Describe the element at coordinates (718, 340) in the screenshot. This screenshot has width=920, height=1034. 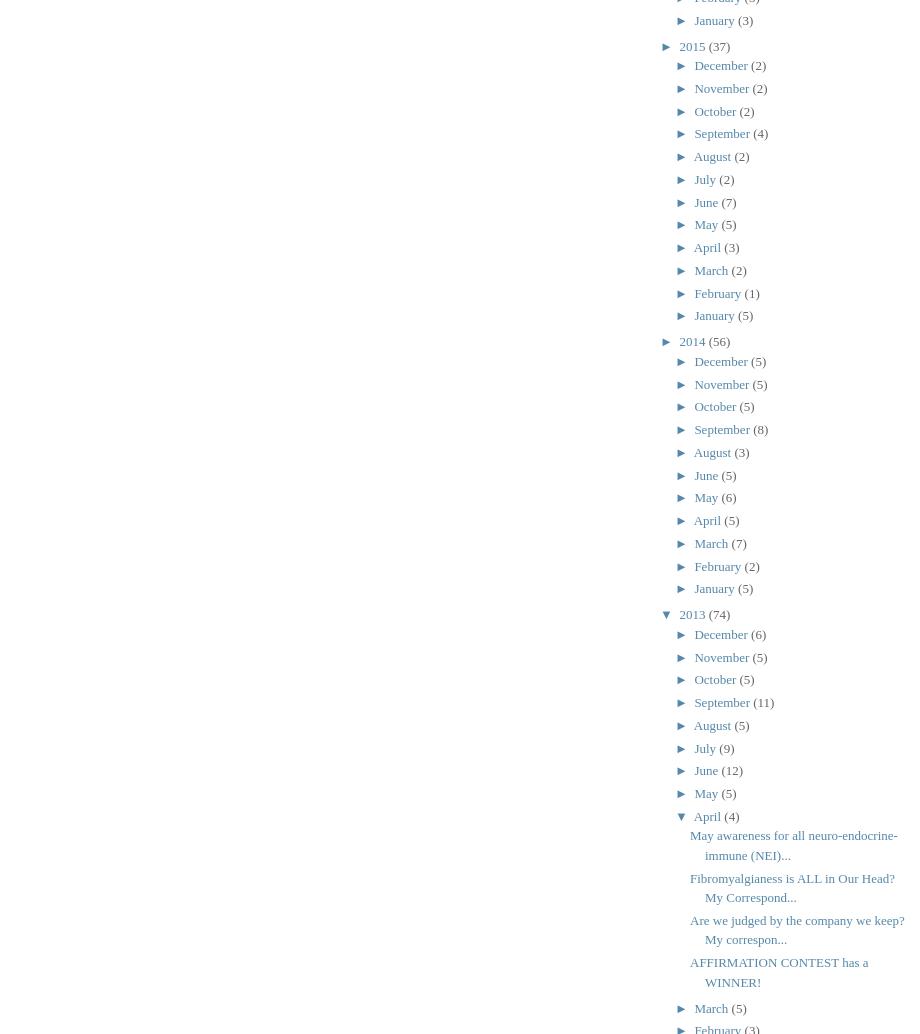
I see `'(56)'` at that location.